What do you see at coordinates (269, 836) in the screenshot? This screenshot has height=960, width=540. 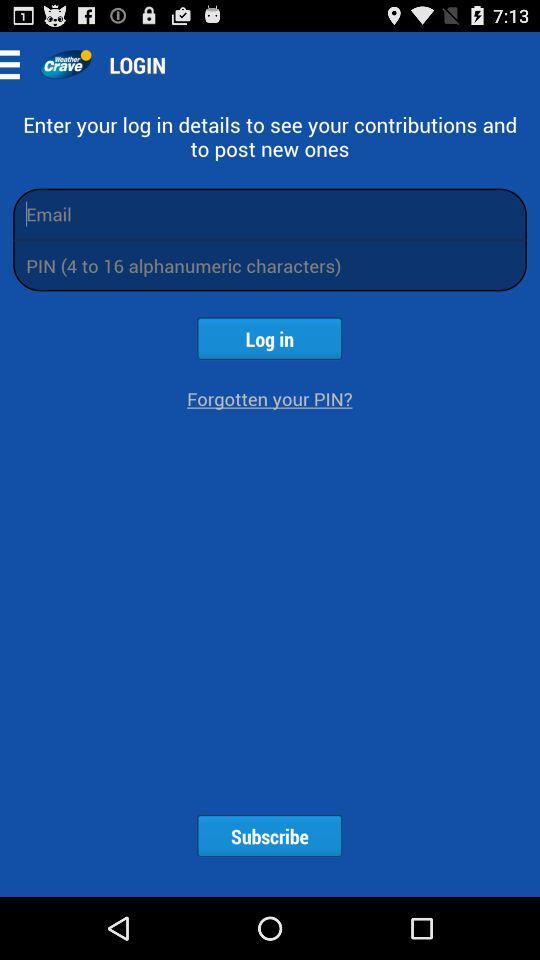 I see `the item at the bottom` at bounding box center [269, 836].